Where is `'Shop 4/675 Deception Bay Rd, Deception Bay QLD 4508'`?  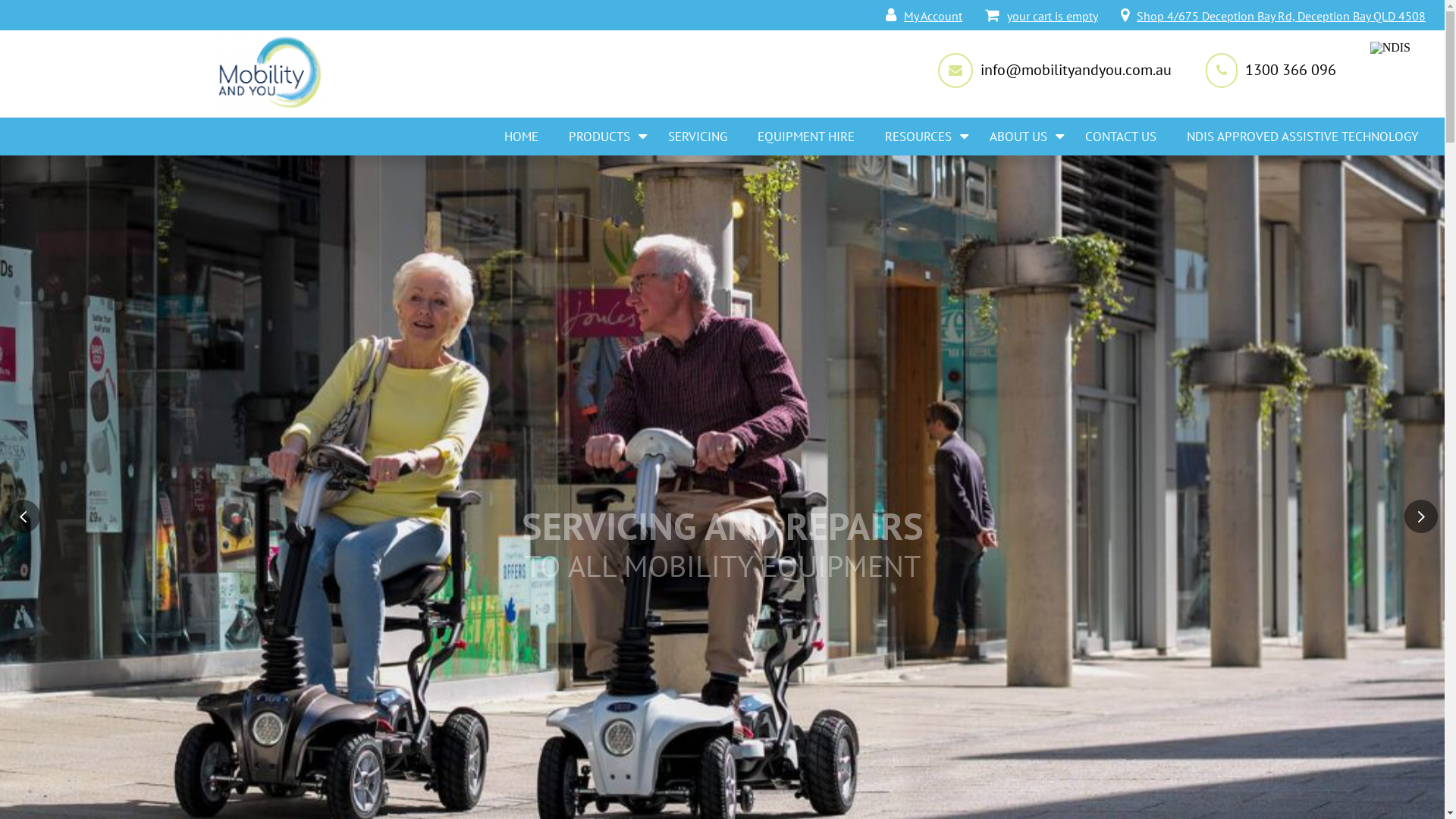 'Shop 4/675 Deception Bay Rd, Deception Bay QLD 4508' is located at coordinates (1273, 15).